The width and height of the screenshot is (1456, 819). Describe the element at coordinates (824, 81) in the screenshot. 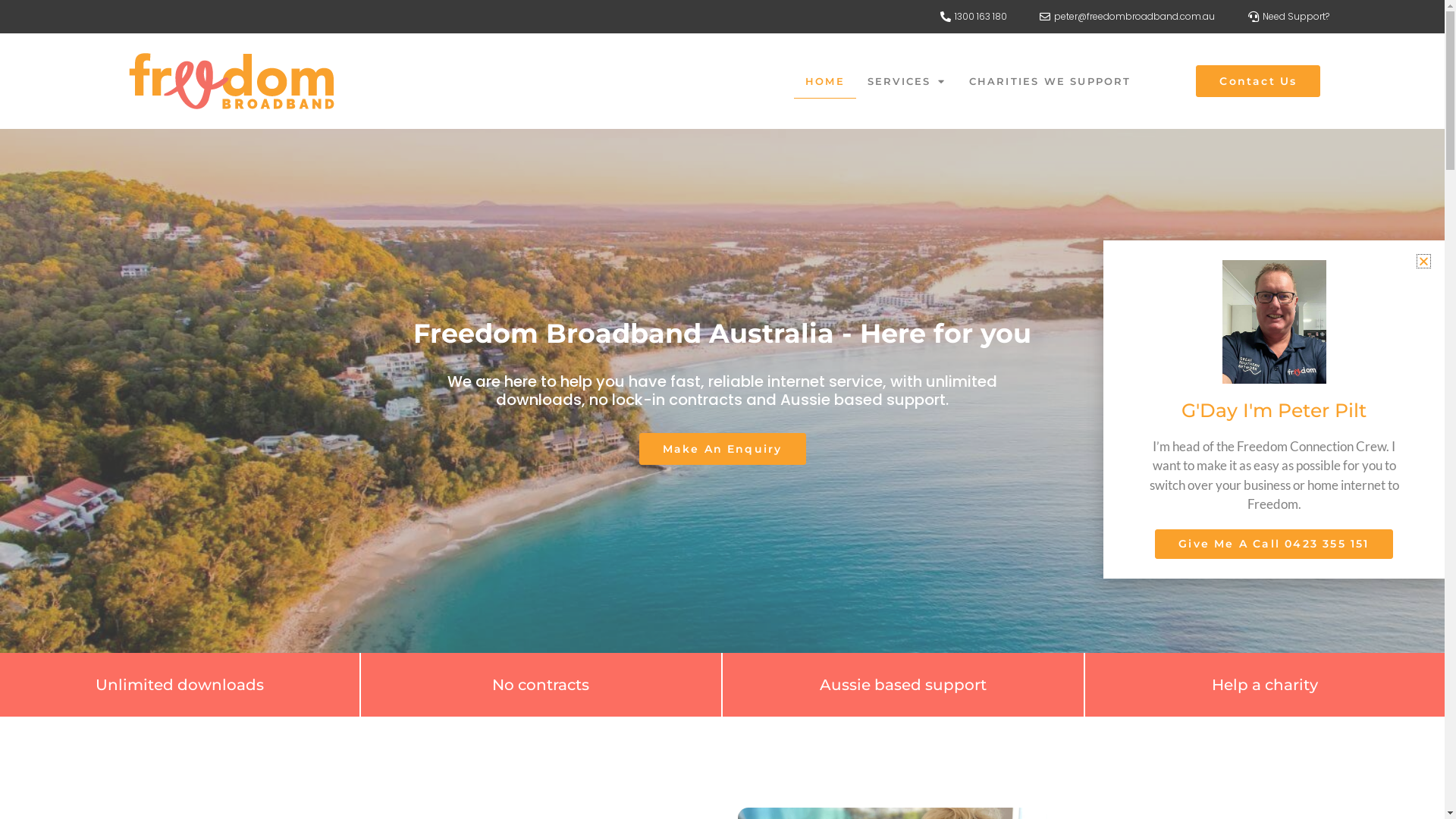

I see `'HOME'` at that location.